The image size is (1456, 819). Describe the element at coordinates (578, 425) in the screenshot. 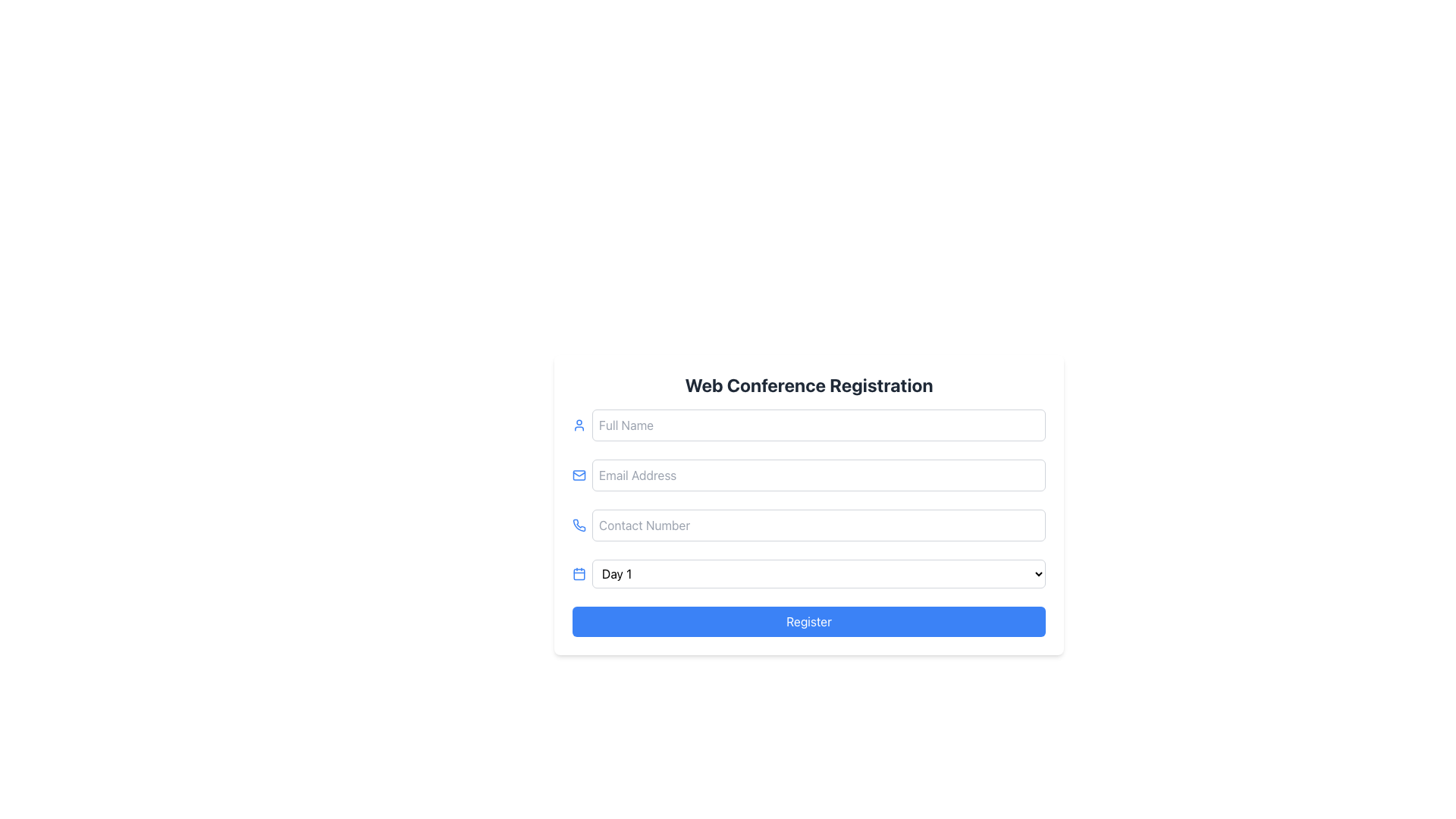

I see `the icon symbolizing the purpose of the adjacent text input field for entering a user's full name, positioned at the beginning of the horizontal layout beside the text input labeled 'Full Name'` at that location.